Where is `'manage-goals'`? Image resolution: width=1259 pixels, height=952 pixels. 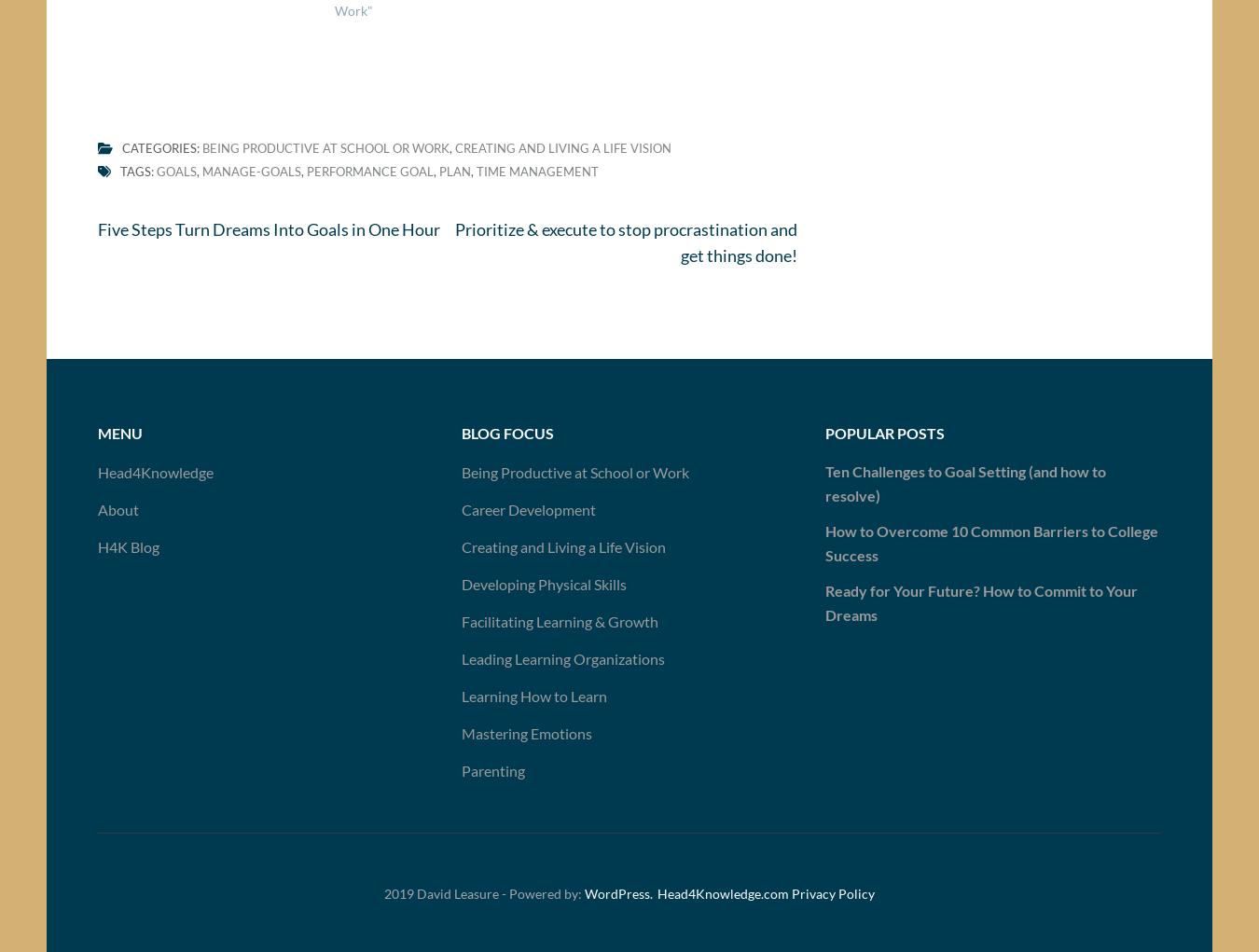
'manage-goals' is located at coordinates (201, 177).